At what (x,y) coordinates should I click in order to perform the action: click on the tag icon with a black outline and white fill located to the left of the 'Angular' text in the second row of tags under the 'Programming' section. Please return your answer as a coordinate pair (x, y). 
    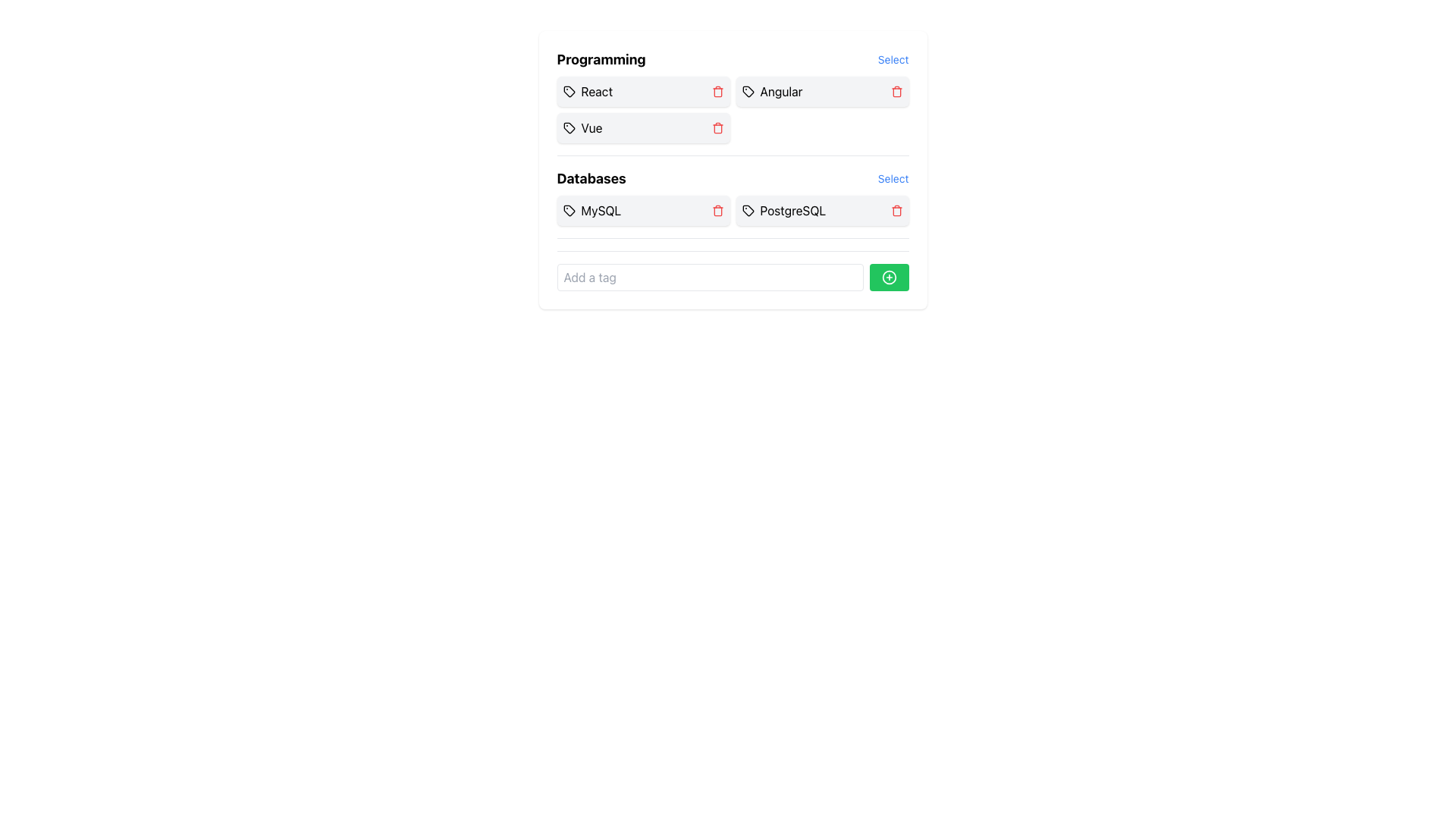
    Looking at the image, I should click on (748, 91).